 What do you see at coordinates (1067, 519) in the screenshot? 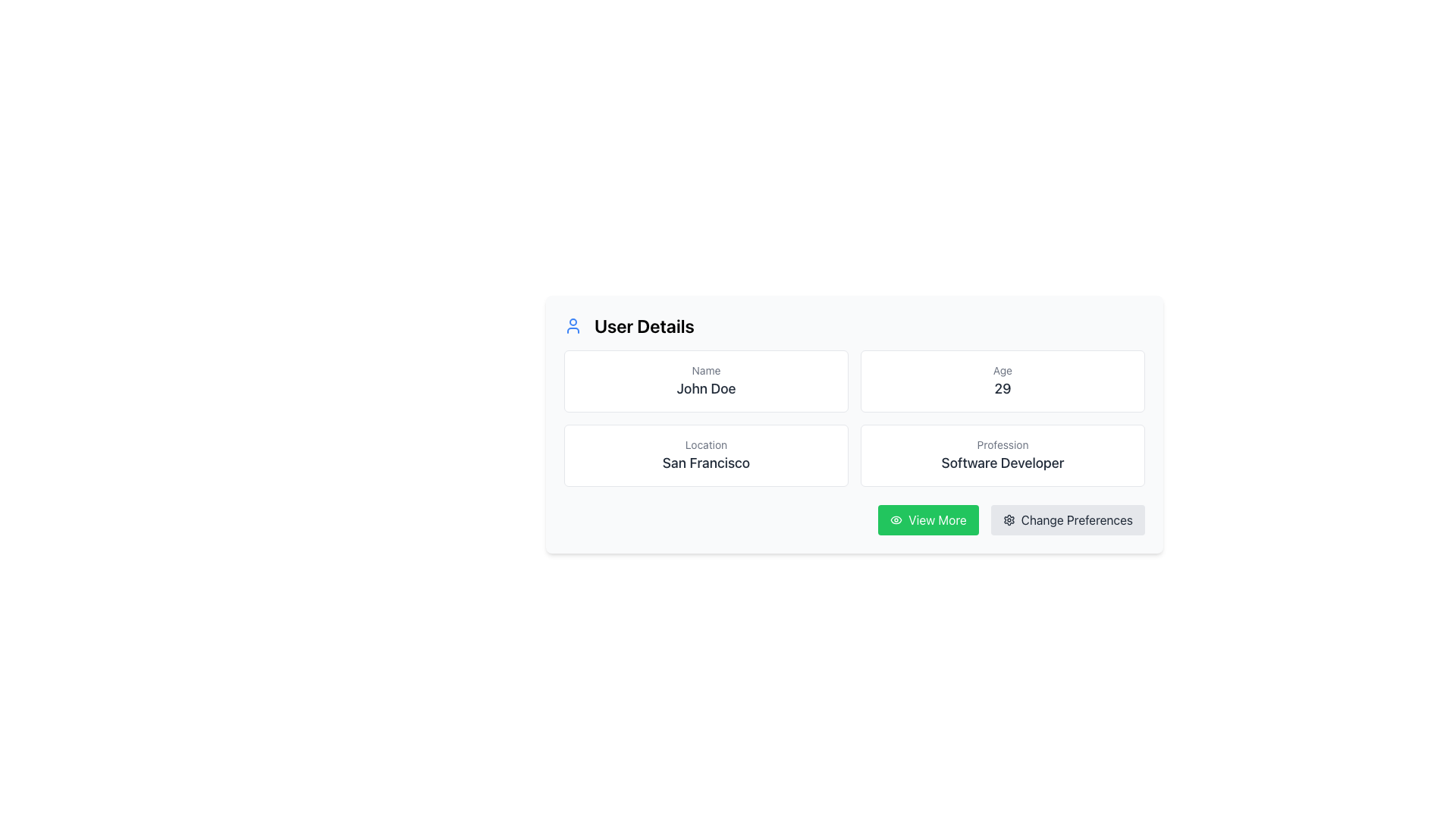
I see `the preferences button located at the bottom right of the interface` at bounding box center [1067, 519].